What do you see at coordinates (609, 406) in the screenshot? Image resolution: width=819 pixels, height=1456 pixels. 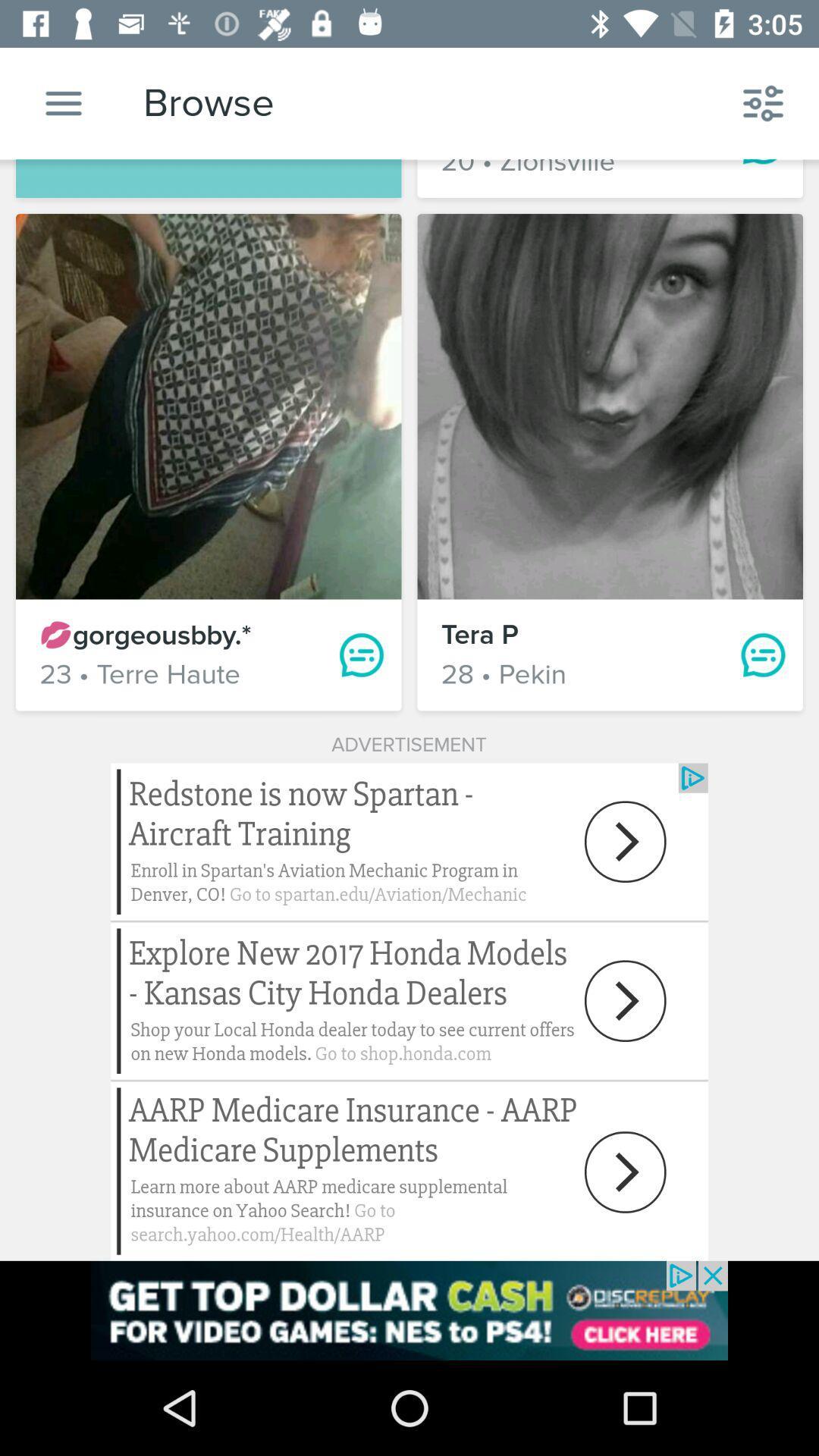 I see `the picture` at bounding box center [609, 406].